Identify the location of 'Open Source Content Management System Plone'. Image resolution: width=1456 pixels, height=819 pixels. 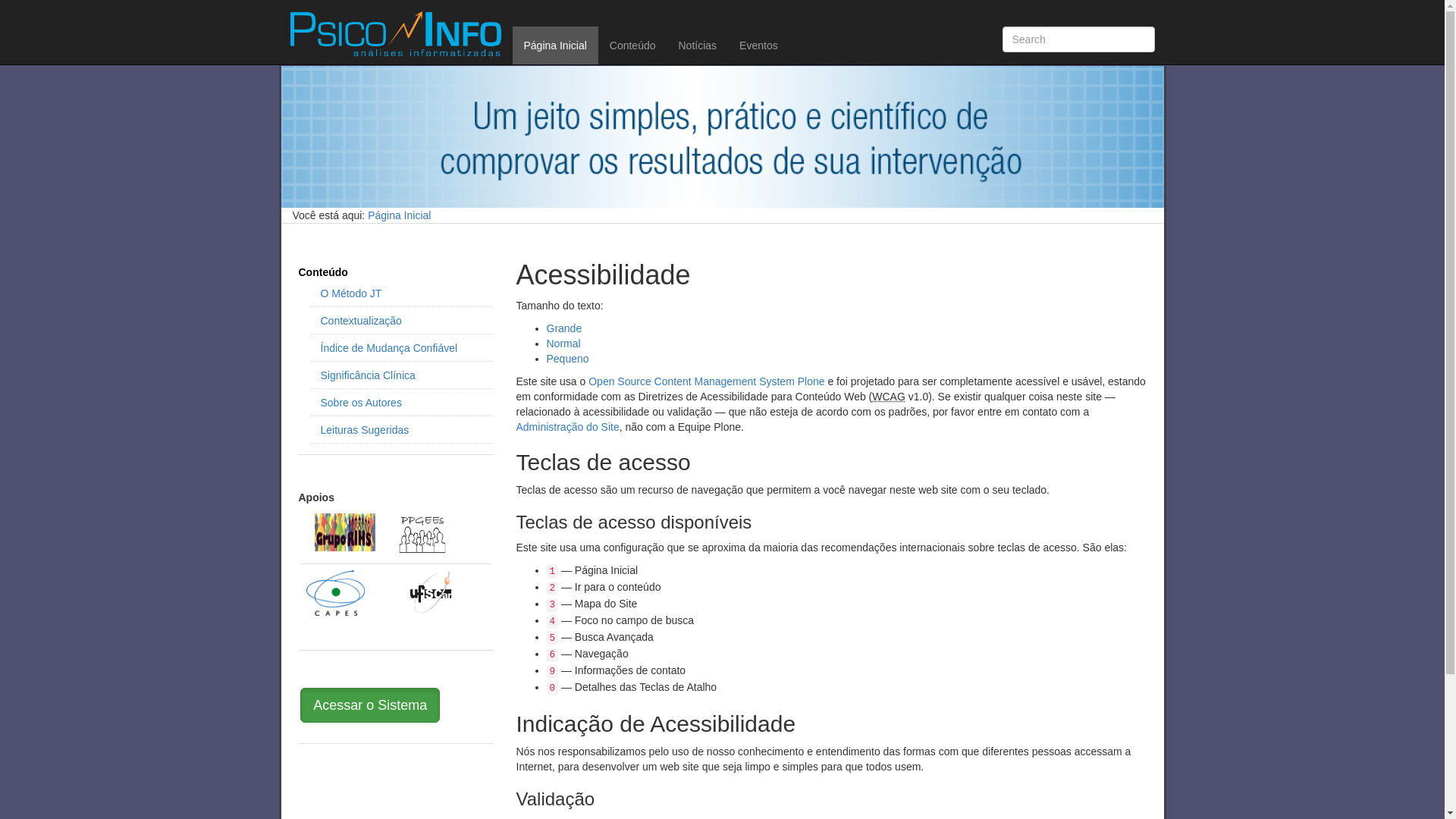
(705, 380).